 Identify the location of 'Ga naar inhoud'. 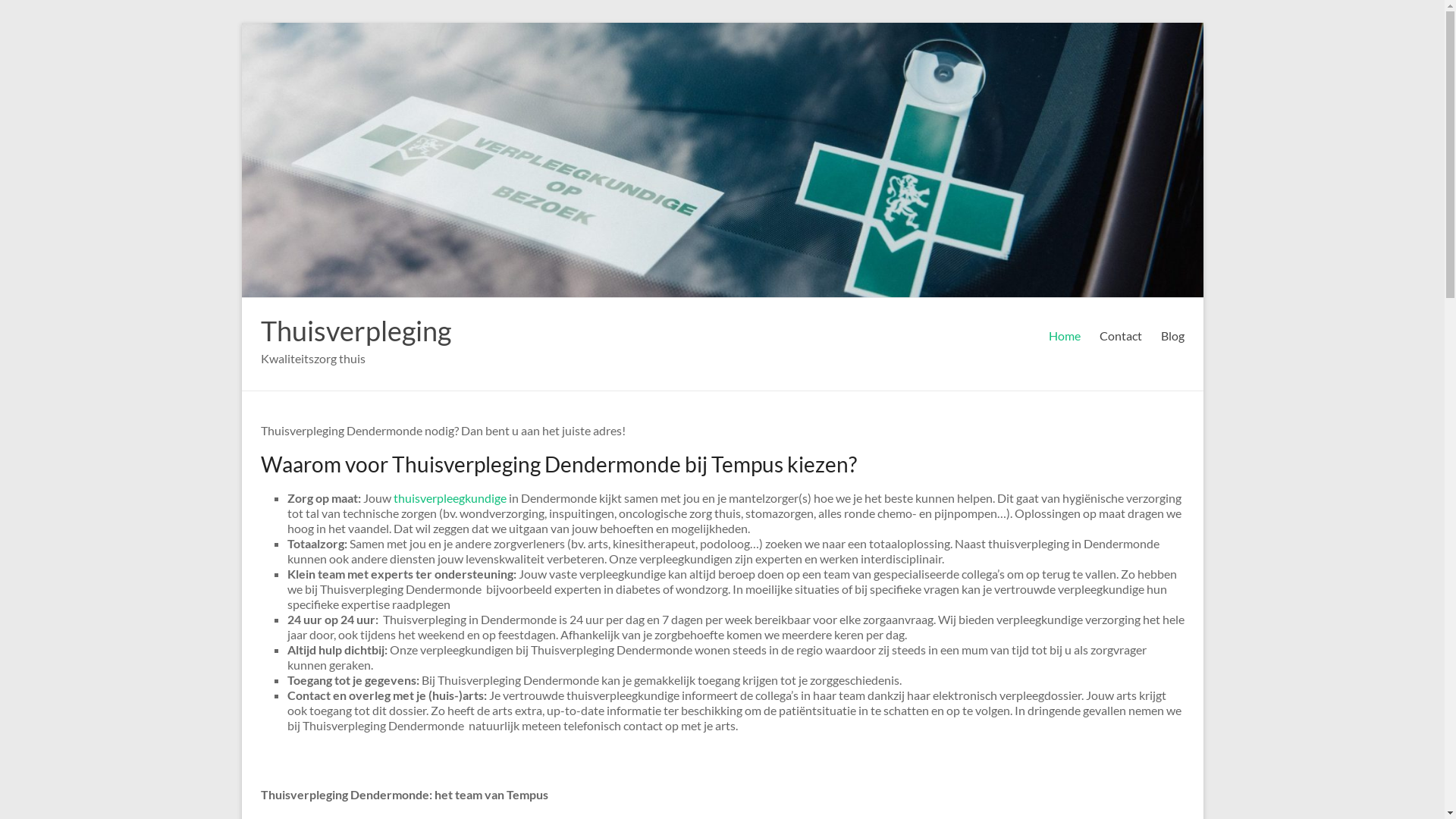
(240, 22).